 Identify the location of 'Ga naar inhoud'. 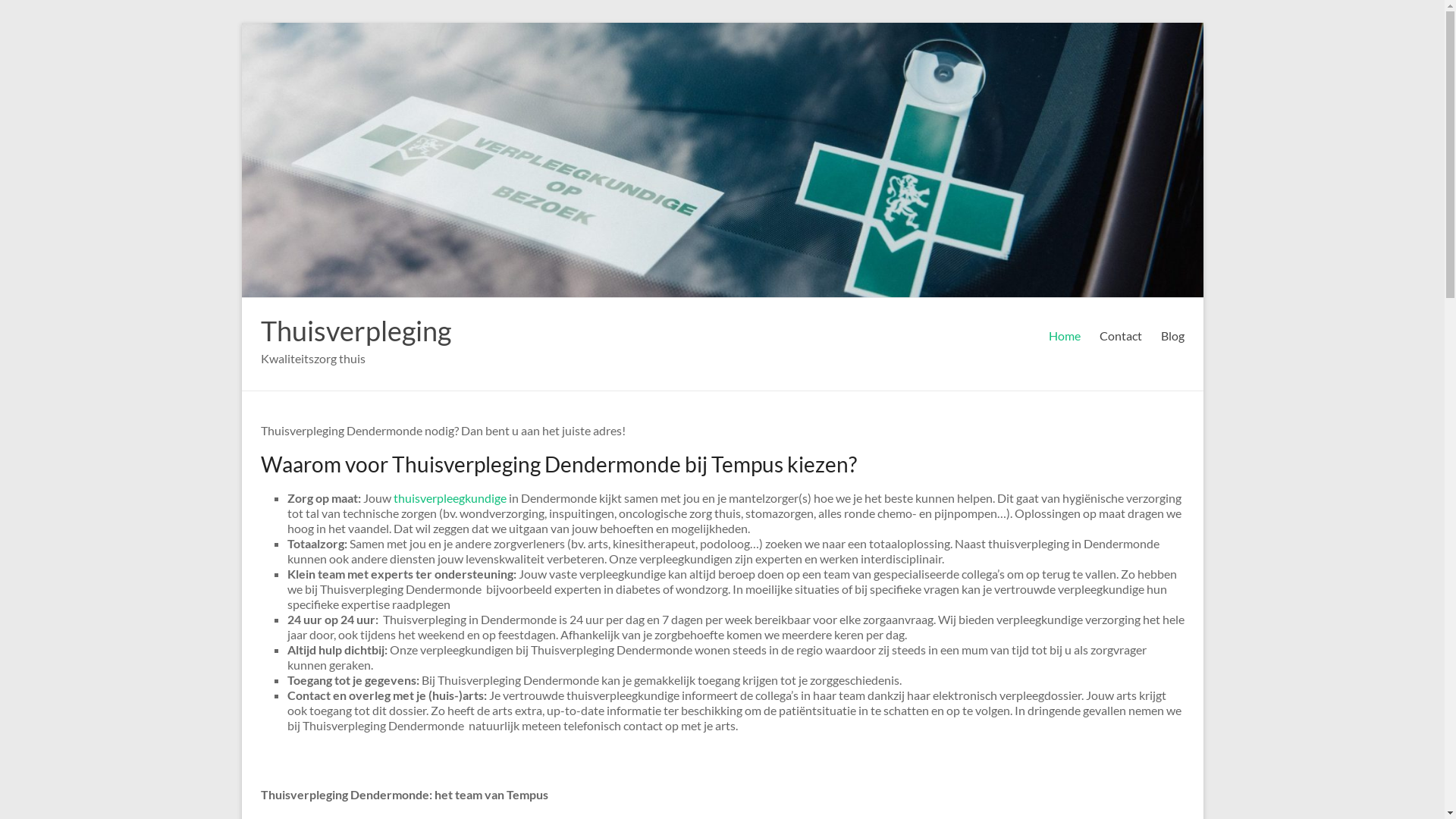
(240, 22).